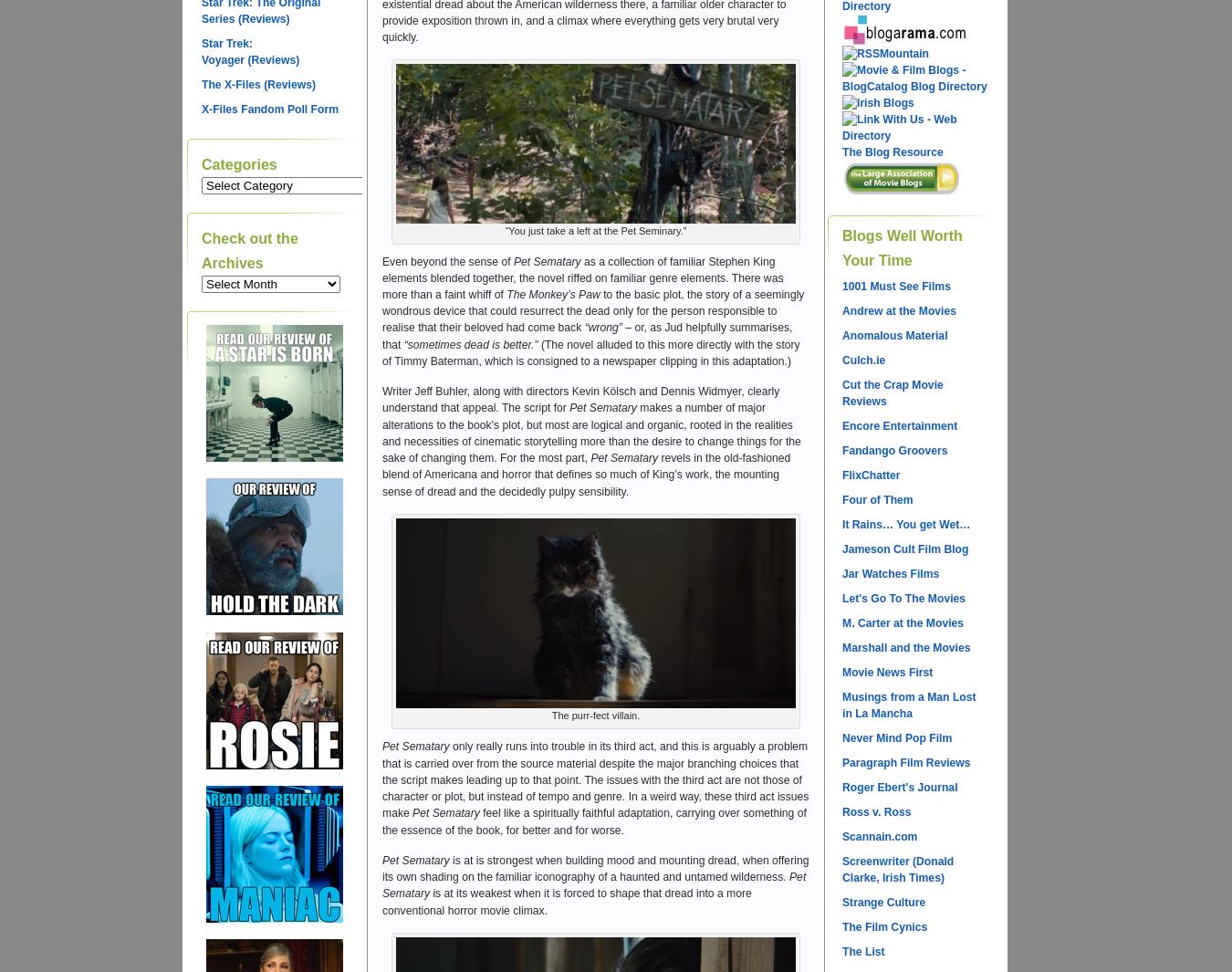 The height and width of the screenshot is (972, 1232). I want to click on 'The Blog Resource', so click(891, 151).